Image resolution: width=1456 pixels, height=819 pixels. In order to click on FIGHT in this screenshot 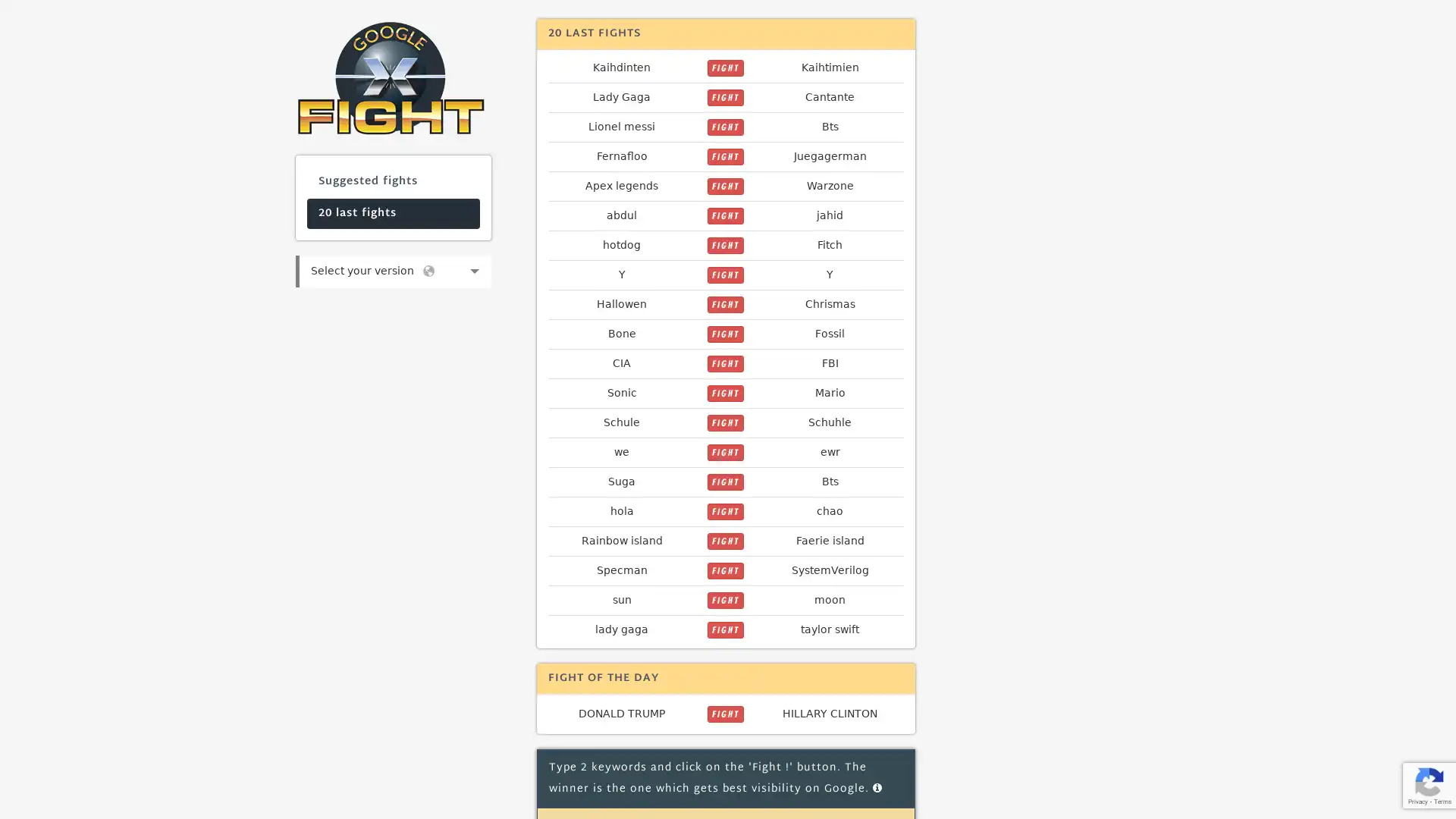, I will do `click(724, 245)`.